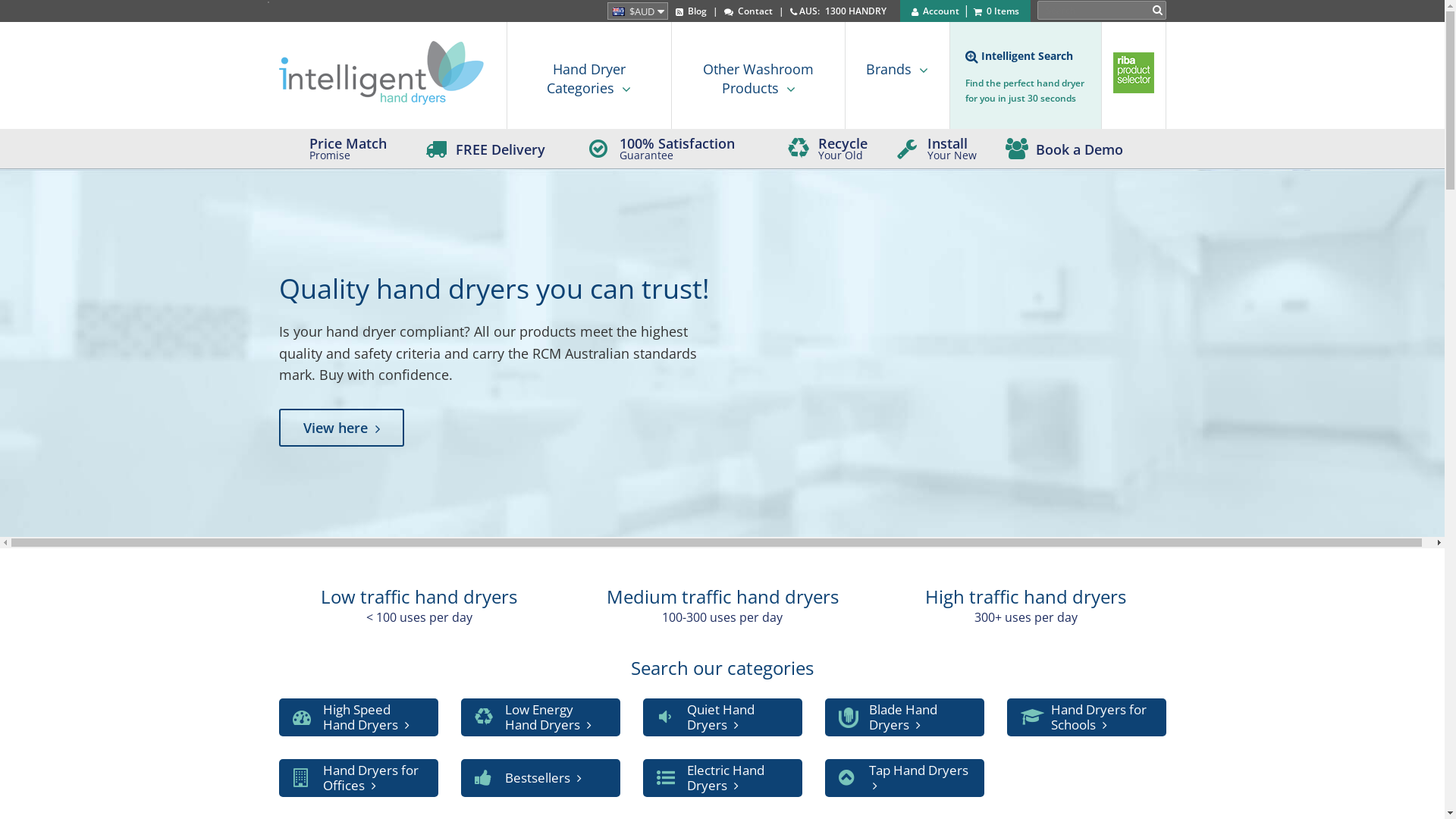 This screenshot has width=1456, height=819. Describe the element at coordinates (419, 595) in the screenshot. I see `'Low traffic hand dryers'` at that location.